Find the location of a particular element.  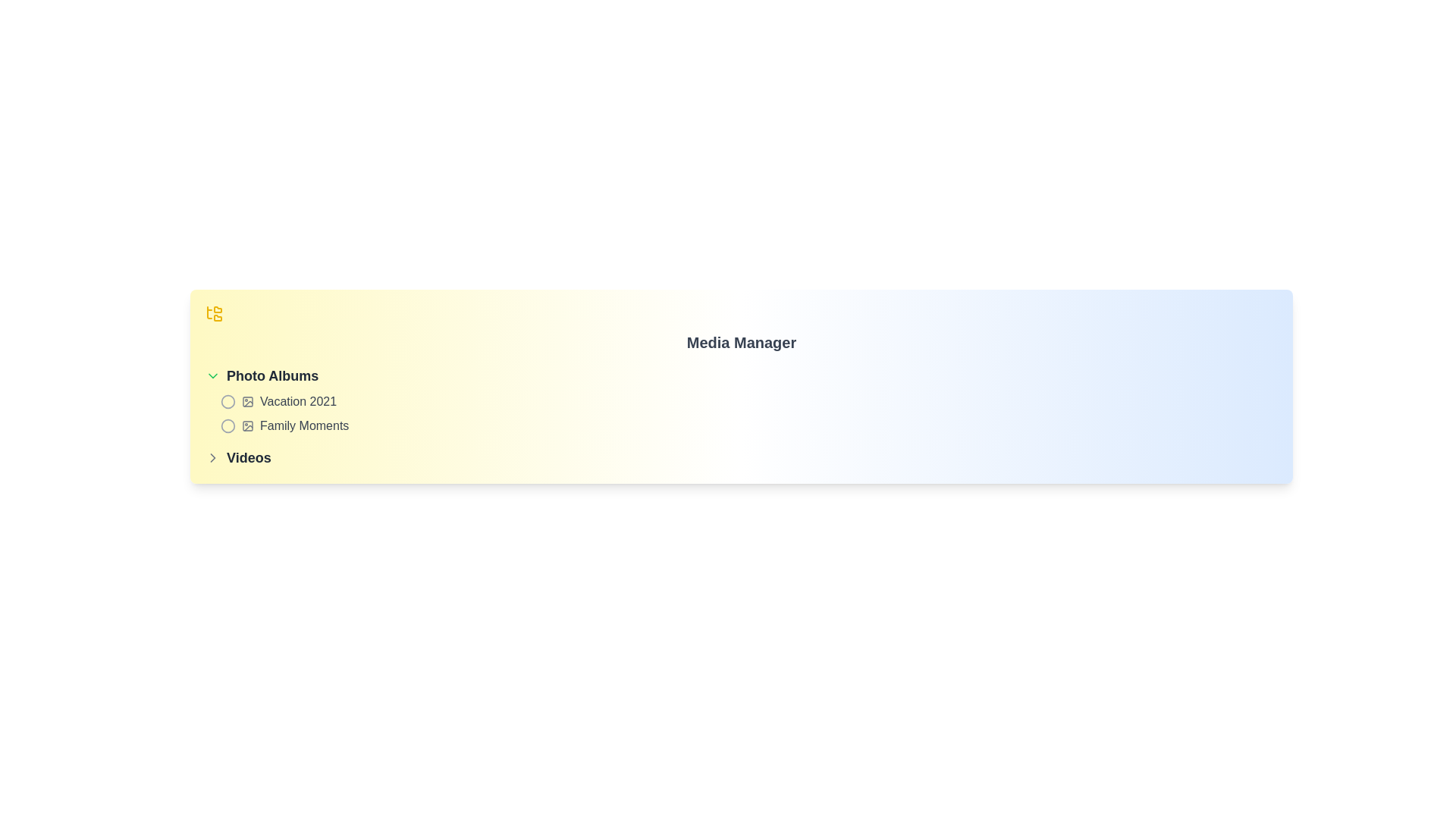

the right-facing chevron icon, which is located immediately to the left of the 'Videos' text label is located at coordinates (212, 457).